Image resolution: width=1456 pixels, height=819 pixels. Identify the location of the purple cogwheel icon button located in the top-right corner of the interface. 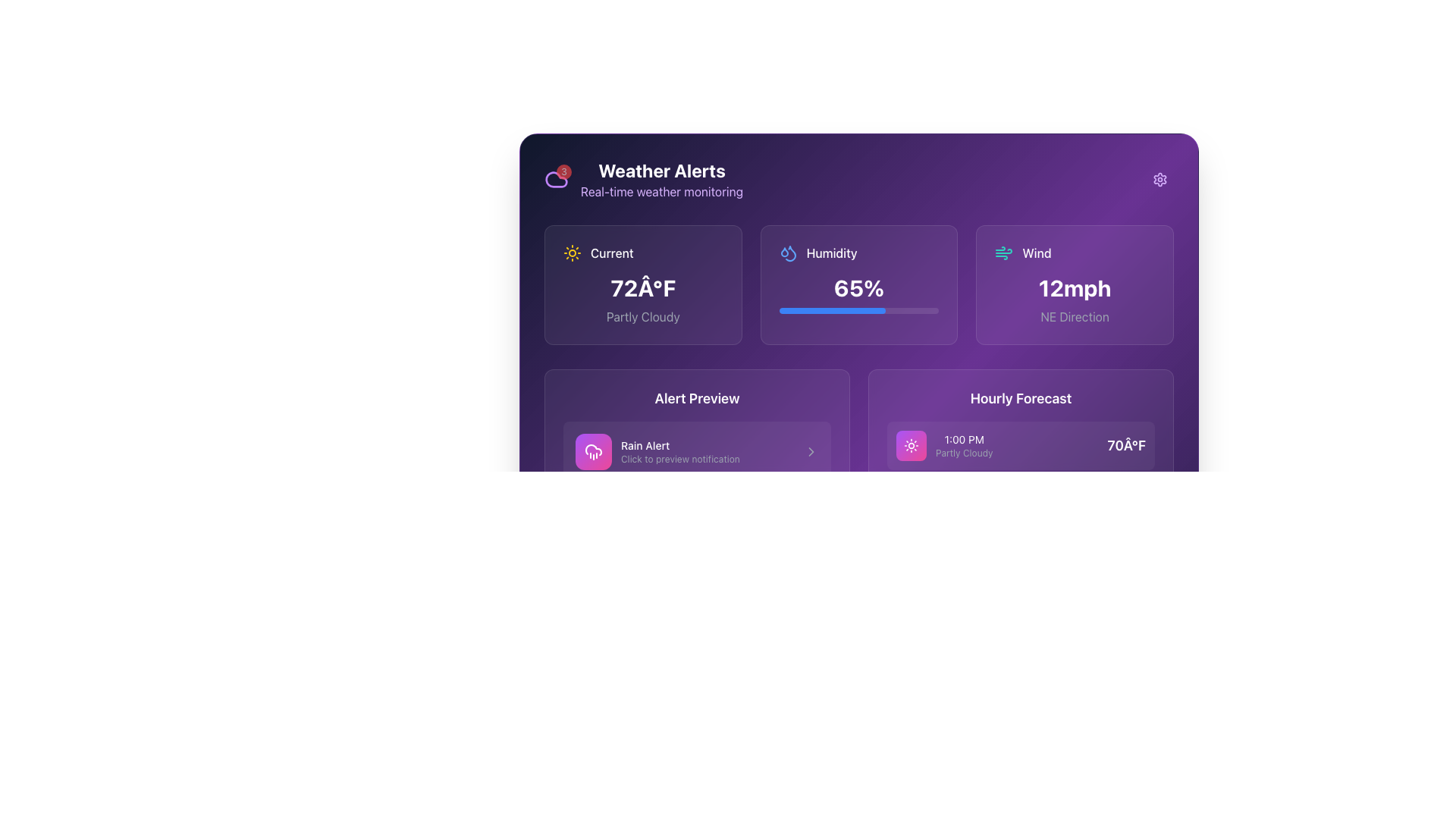
(1159, 178).